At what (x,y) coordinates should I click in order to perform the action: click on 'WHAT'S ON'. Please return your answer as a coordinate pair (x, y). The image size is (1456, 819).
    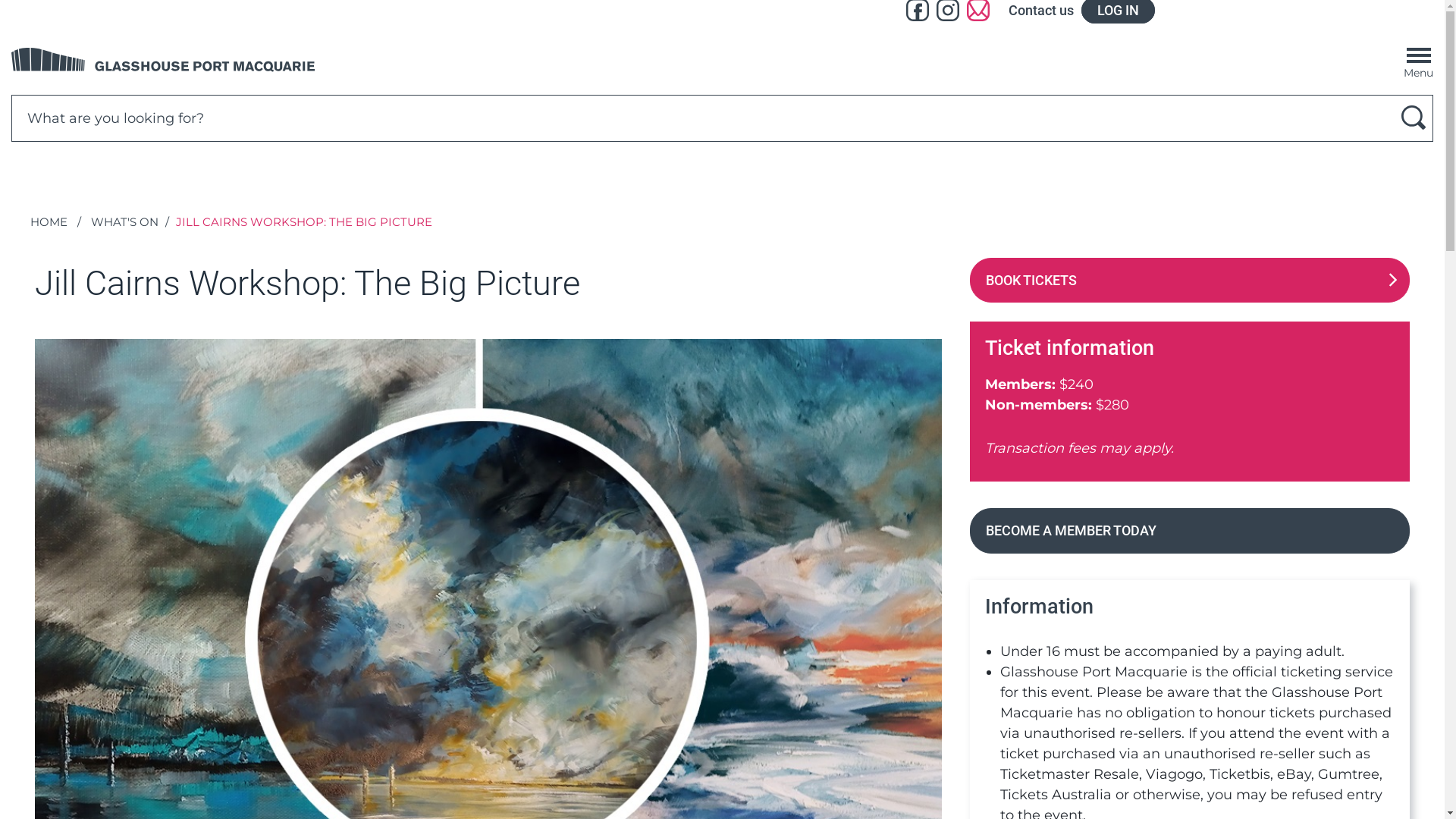
    Looking at the image, I should click on (124, 221).